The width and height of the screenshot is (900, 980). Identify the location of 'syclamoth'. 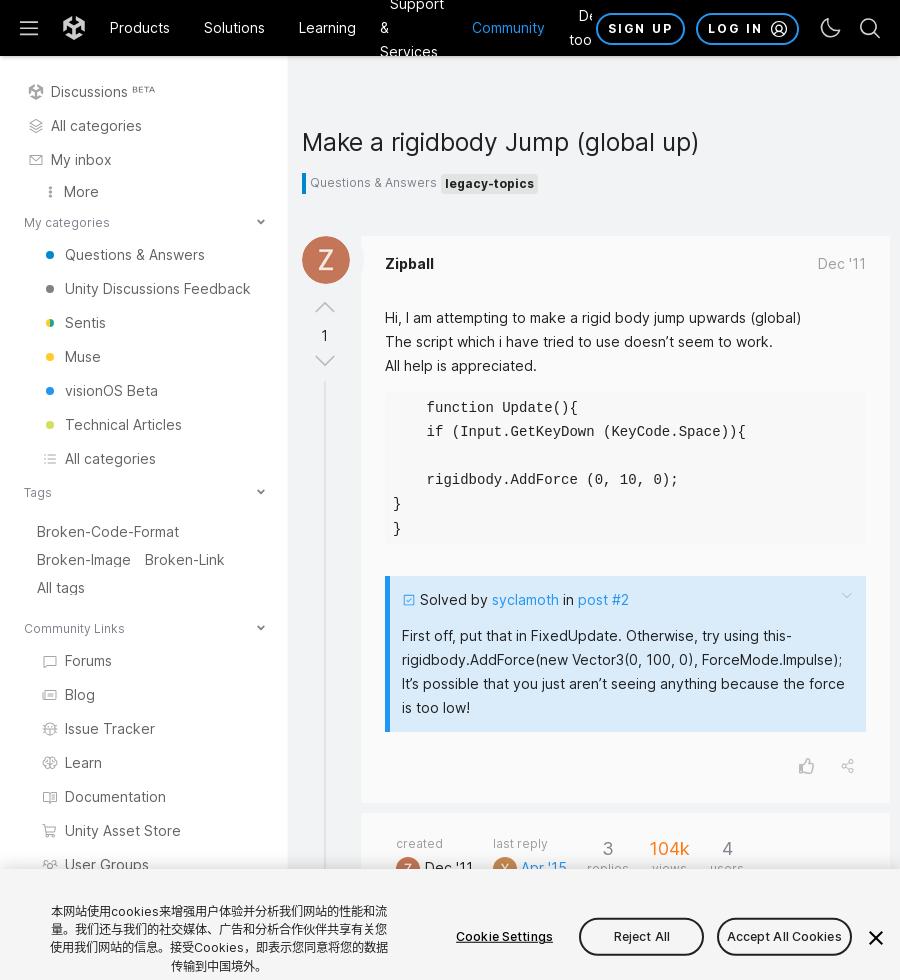
(524, 599).